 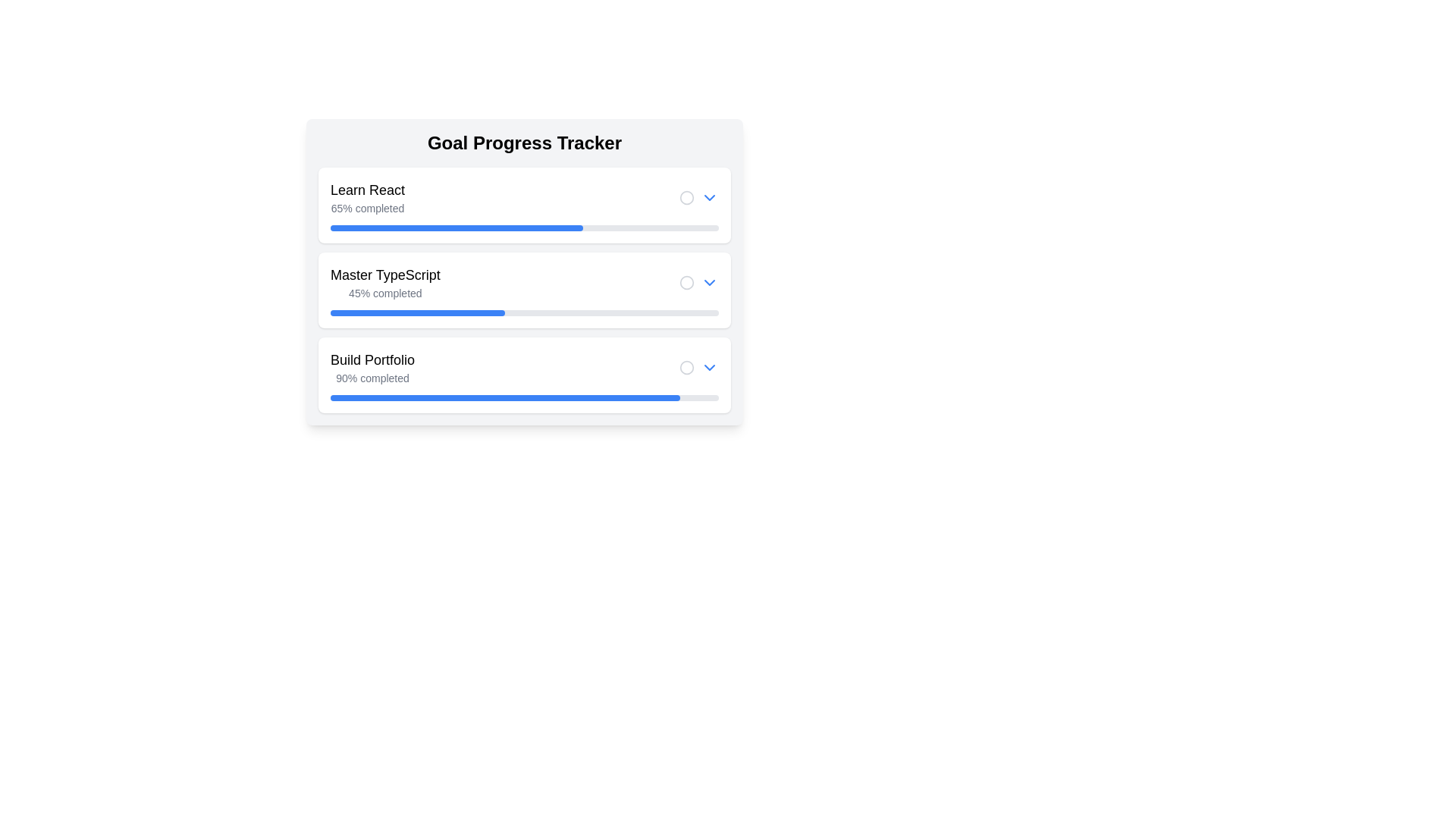 What do you see at coordinates (709, 368) in the screenshot?
I see `the blue downward-pointing chevron arrow button located next to the circular progress indicator of the third goal item in the tracker, which is part of the 'Build Portfolio' goal item` at bounding box center [709, 368].